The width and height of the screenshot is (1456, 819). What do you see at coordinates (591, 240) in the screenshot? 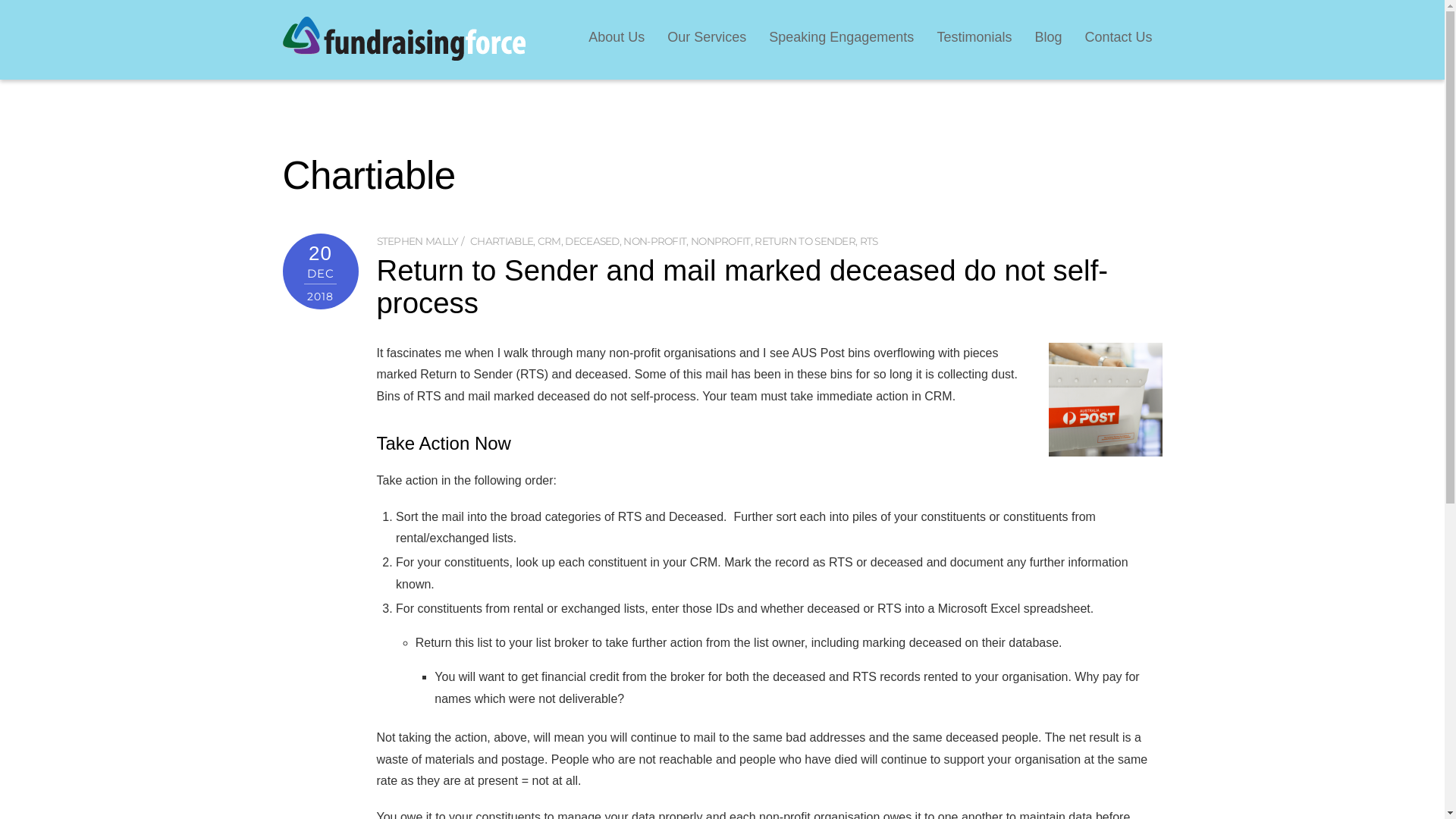
I see `'DECEASED'` at bounding box center [591, 240].